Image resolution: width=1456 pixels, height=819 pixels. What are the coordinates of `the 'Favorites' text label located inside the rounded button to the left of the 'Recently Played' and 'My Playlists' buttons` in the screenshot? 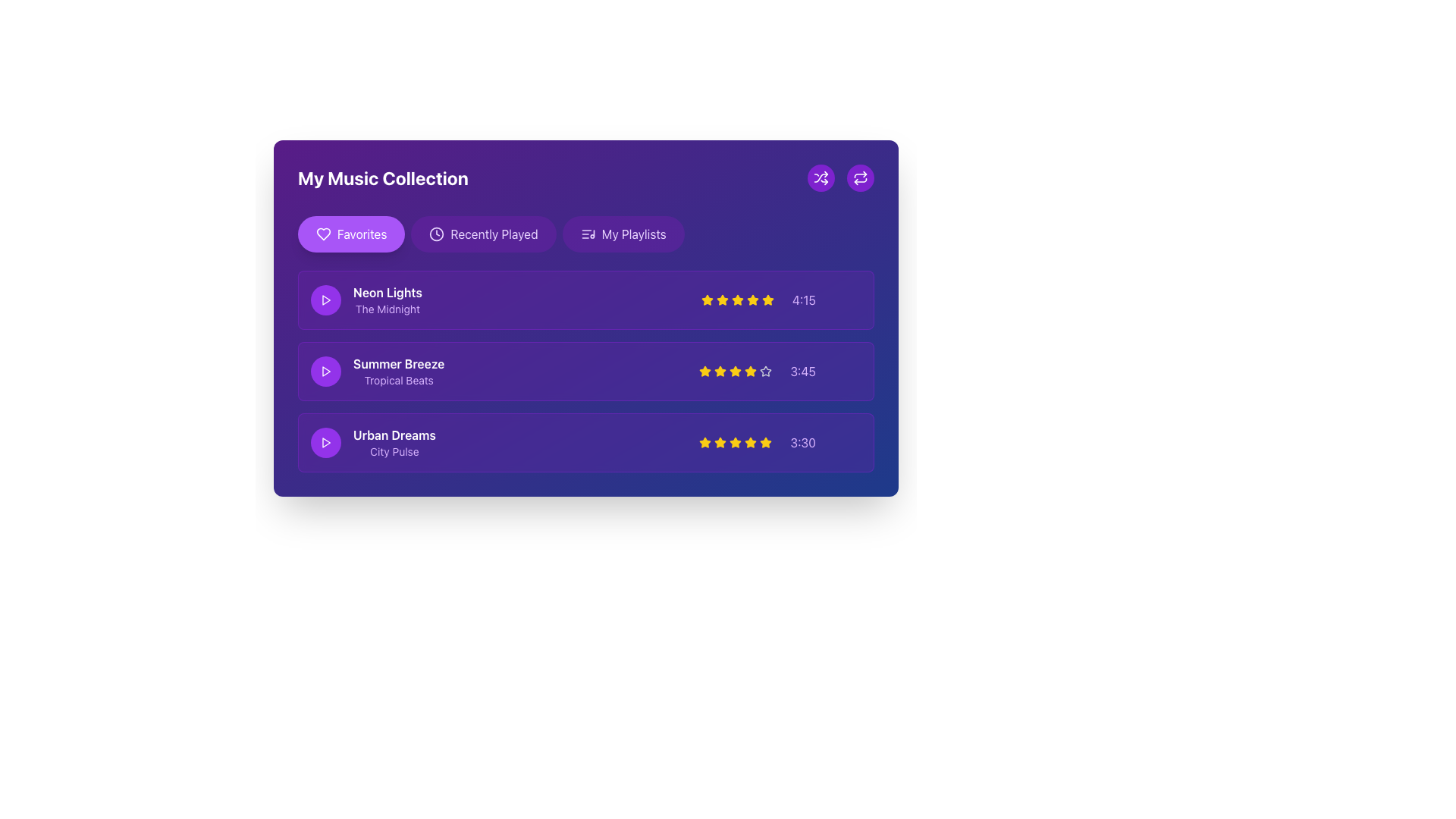 It's located at (361, 234).